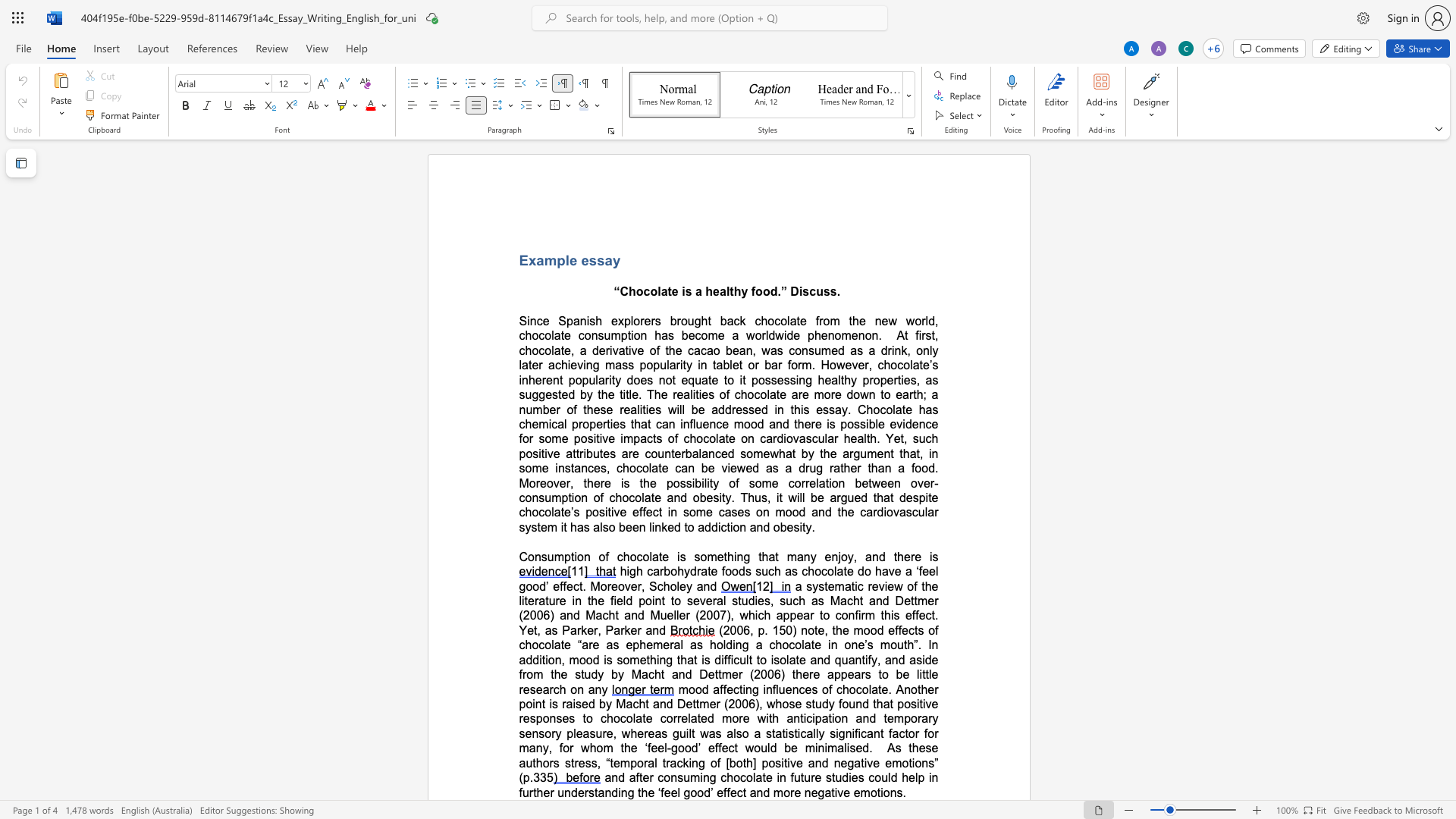  What do you see at coordinates (754, 615) in the screenshot?
I see `the space between the continuous character "h" and "i" in the text` at bounding box center [754, 615].